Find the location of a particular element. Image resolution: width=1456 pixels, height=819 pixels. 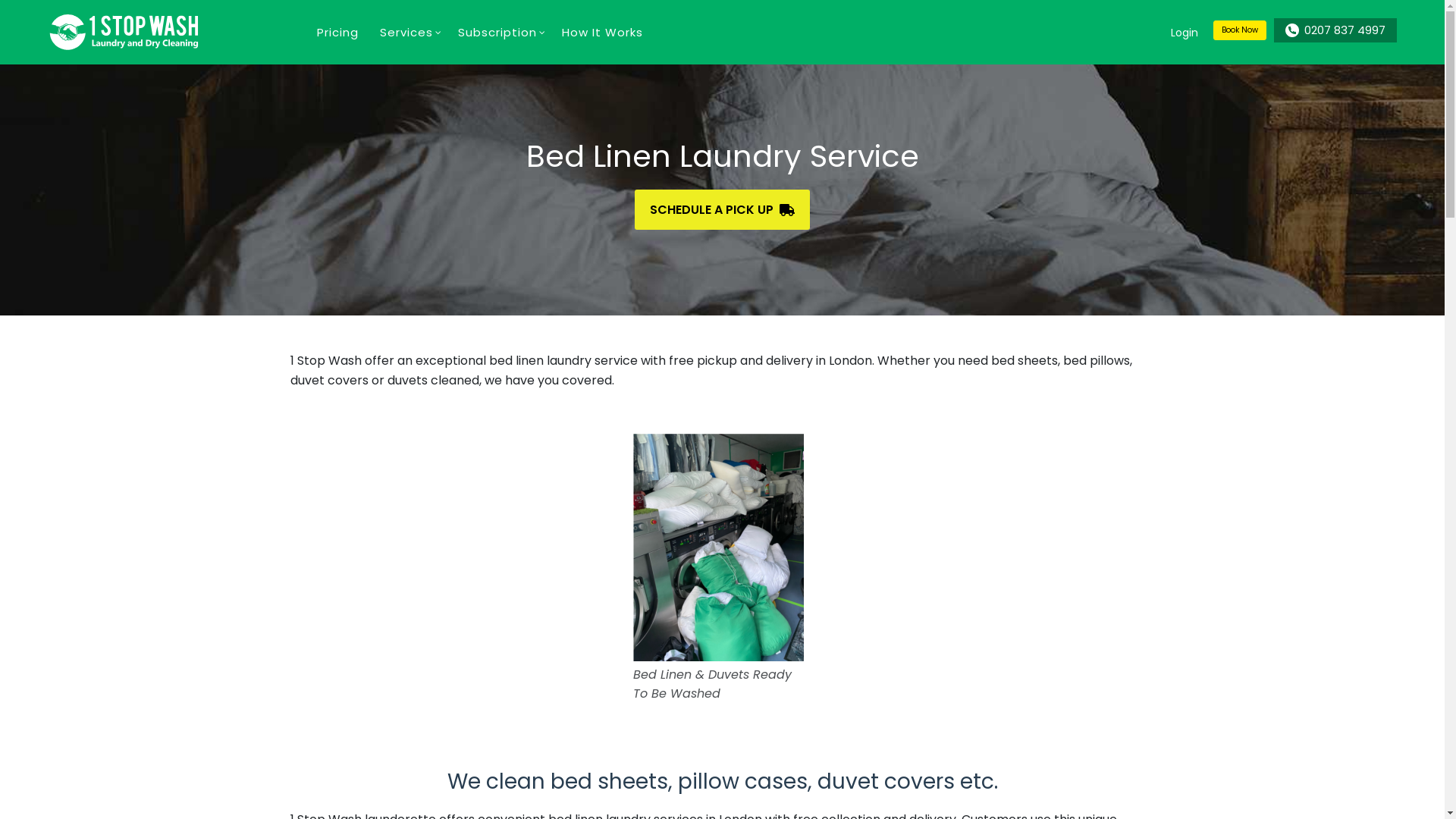

'Pricing' is located at coordinates (337, 32).